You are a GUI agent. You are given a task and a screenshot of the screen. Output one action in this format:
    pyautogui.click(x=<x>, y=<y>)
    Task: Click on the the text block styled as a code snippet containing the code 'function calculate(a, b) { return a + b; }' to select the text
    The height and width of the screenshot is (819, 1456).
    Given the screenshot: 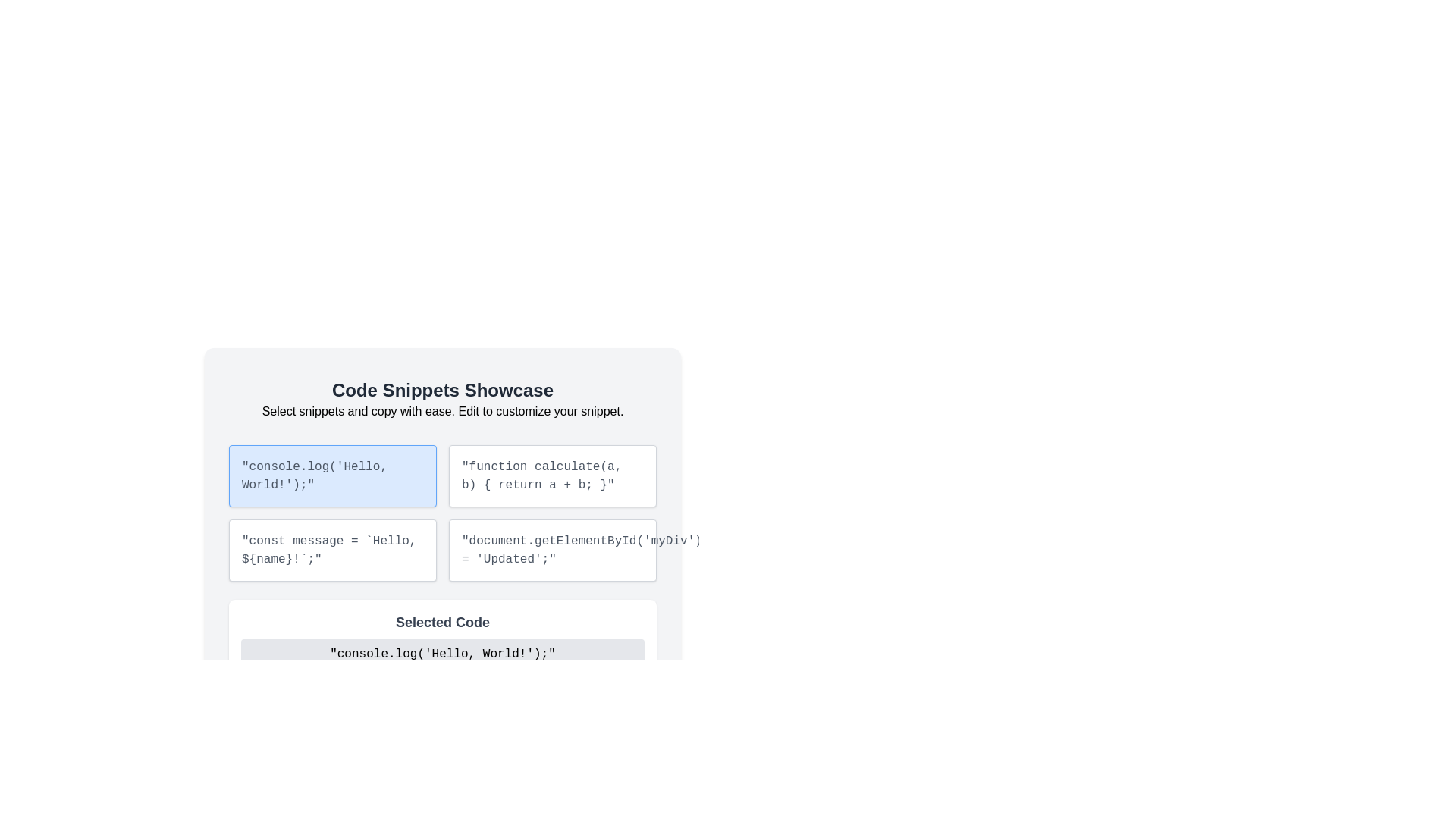 What is the action you would take?
    pyautogui.click(x=552, y=475)
    